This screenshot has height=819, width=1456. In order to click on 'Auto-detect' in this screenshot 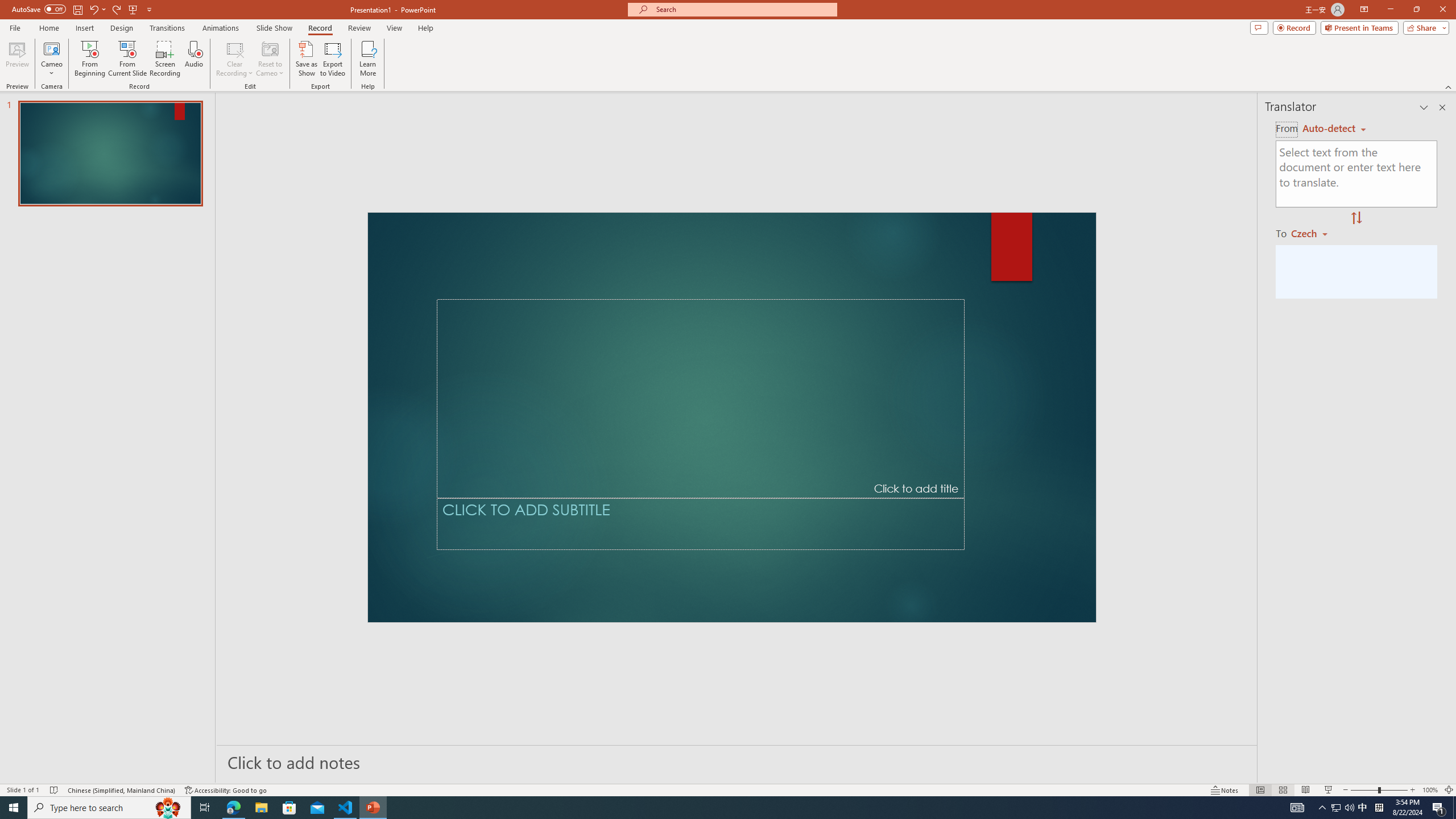, I will do `click(1334, 128)`.